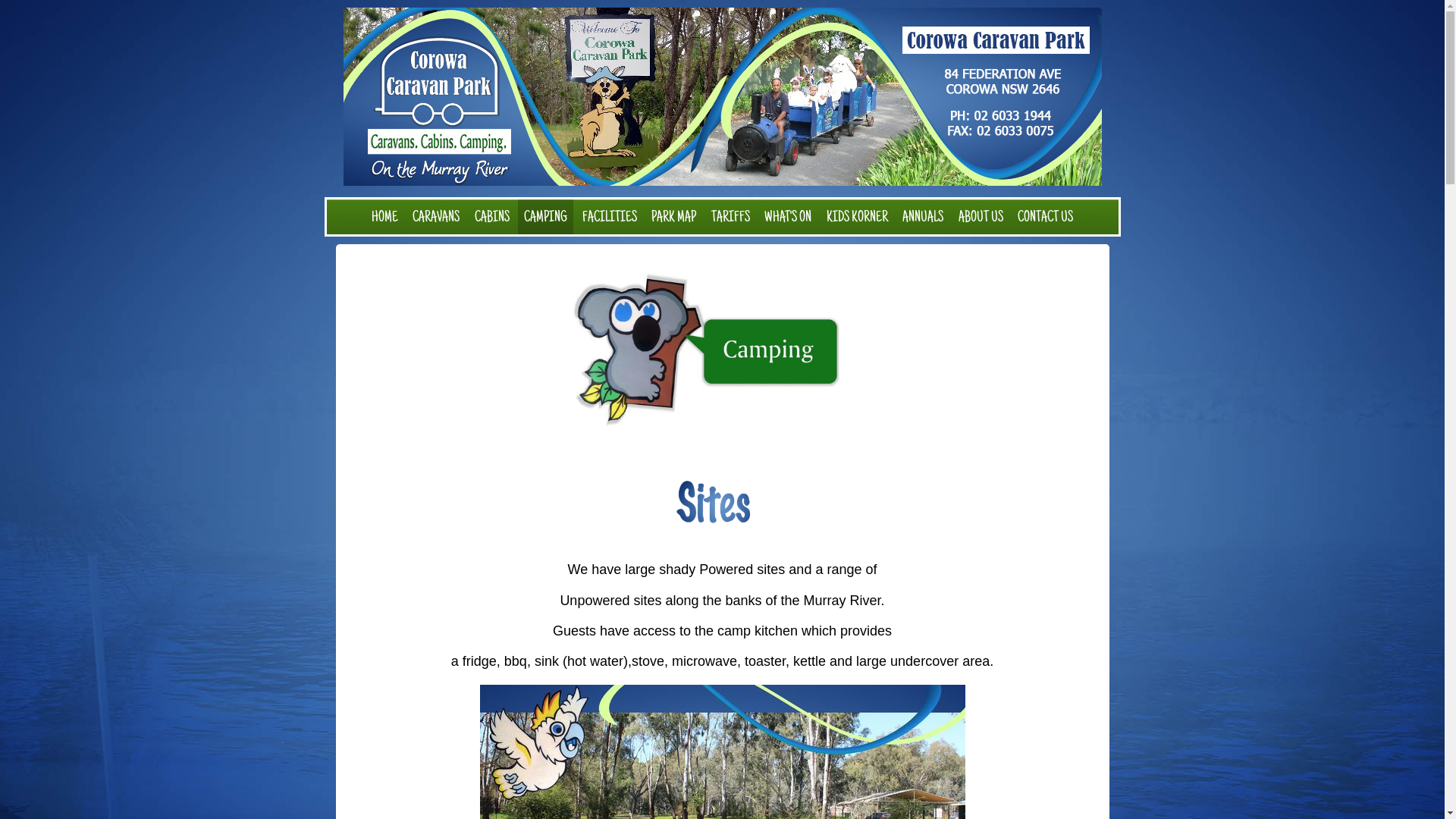 The height and width of the screenshot is (819, 1456). Describe the element at coordinates (722, 503) in the screenshot. I see `'caravanssiteswording.png - large'` at that location.